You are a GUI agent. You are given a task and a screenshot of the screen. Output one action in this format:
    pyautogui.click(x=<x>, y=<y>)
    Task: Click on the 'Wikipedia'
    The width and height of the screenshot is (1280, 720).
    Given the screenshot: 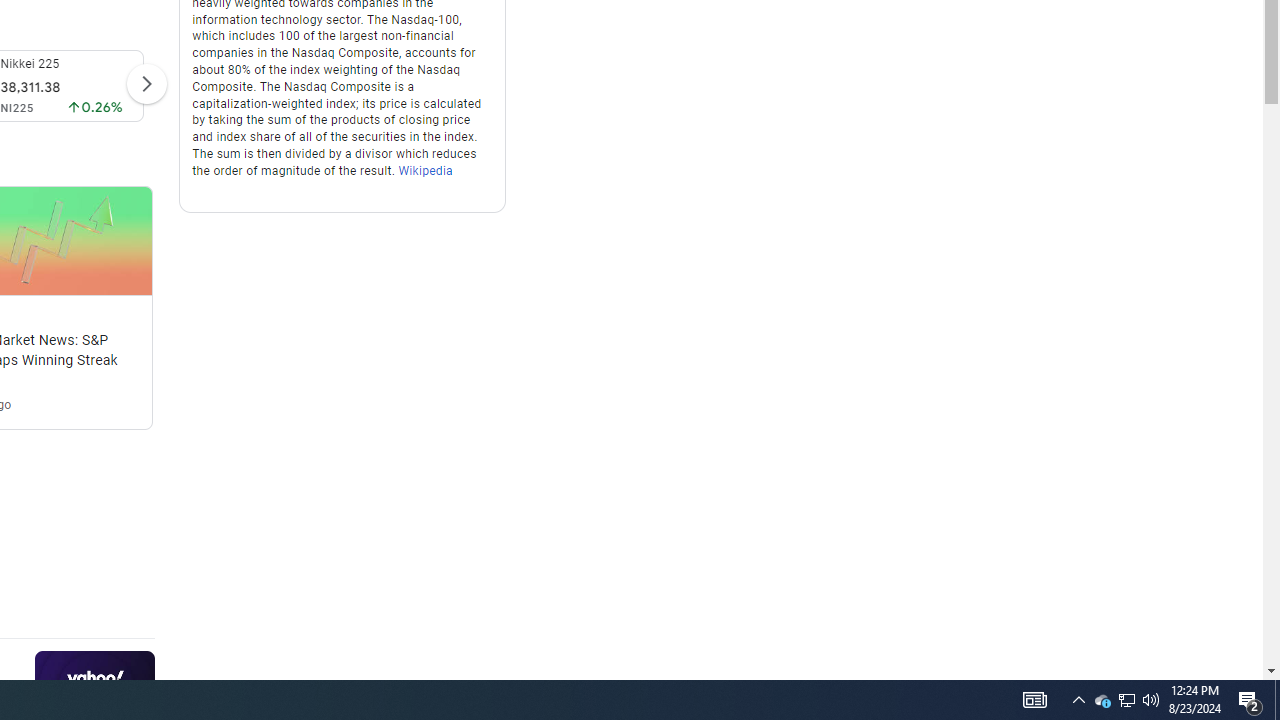 What is the action you would take?
    pyautogui.click(x=424, y=169)
    